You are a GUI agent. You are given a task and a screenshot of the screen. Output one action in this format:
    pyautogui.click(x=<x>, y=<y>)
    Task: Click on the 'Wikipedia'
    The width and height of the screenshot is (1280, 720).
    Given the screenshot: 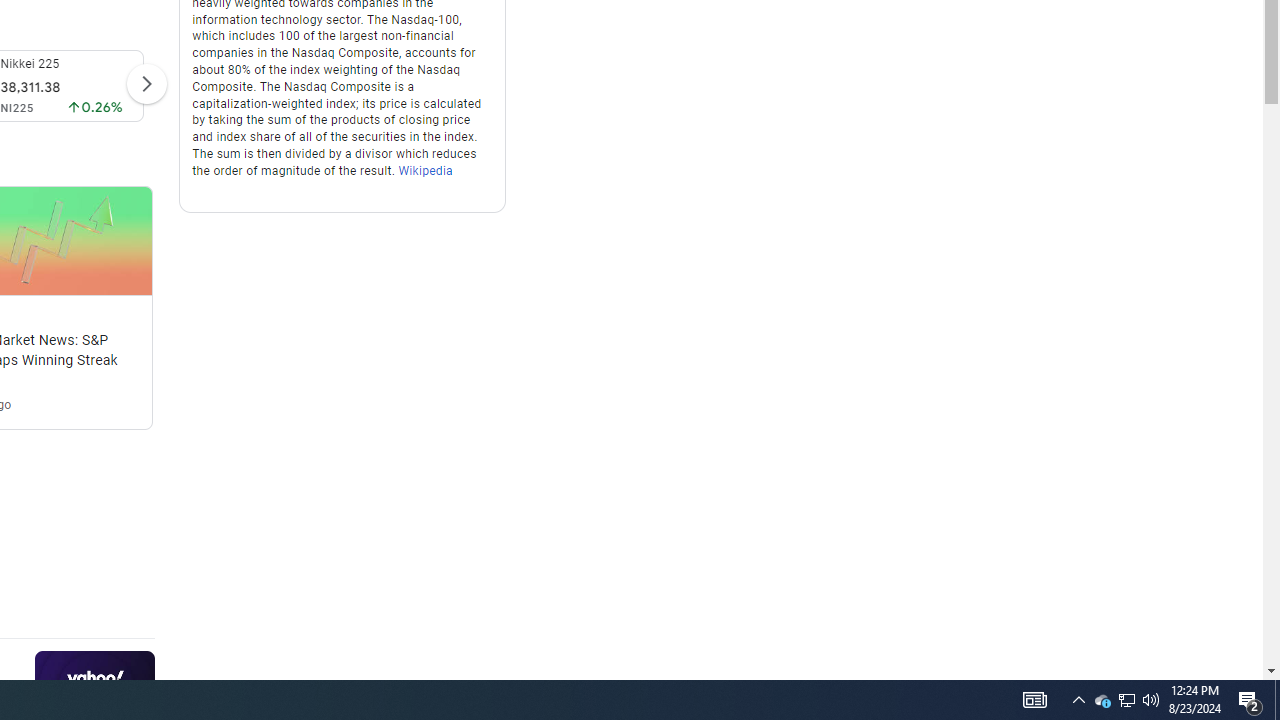 What is the action you would take?
    pyautogui.click(x=424, y=169)
    